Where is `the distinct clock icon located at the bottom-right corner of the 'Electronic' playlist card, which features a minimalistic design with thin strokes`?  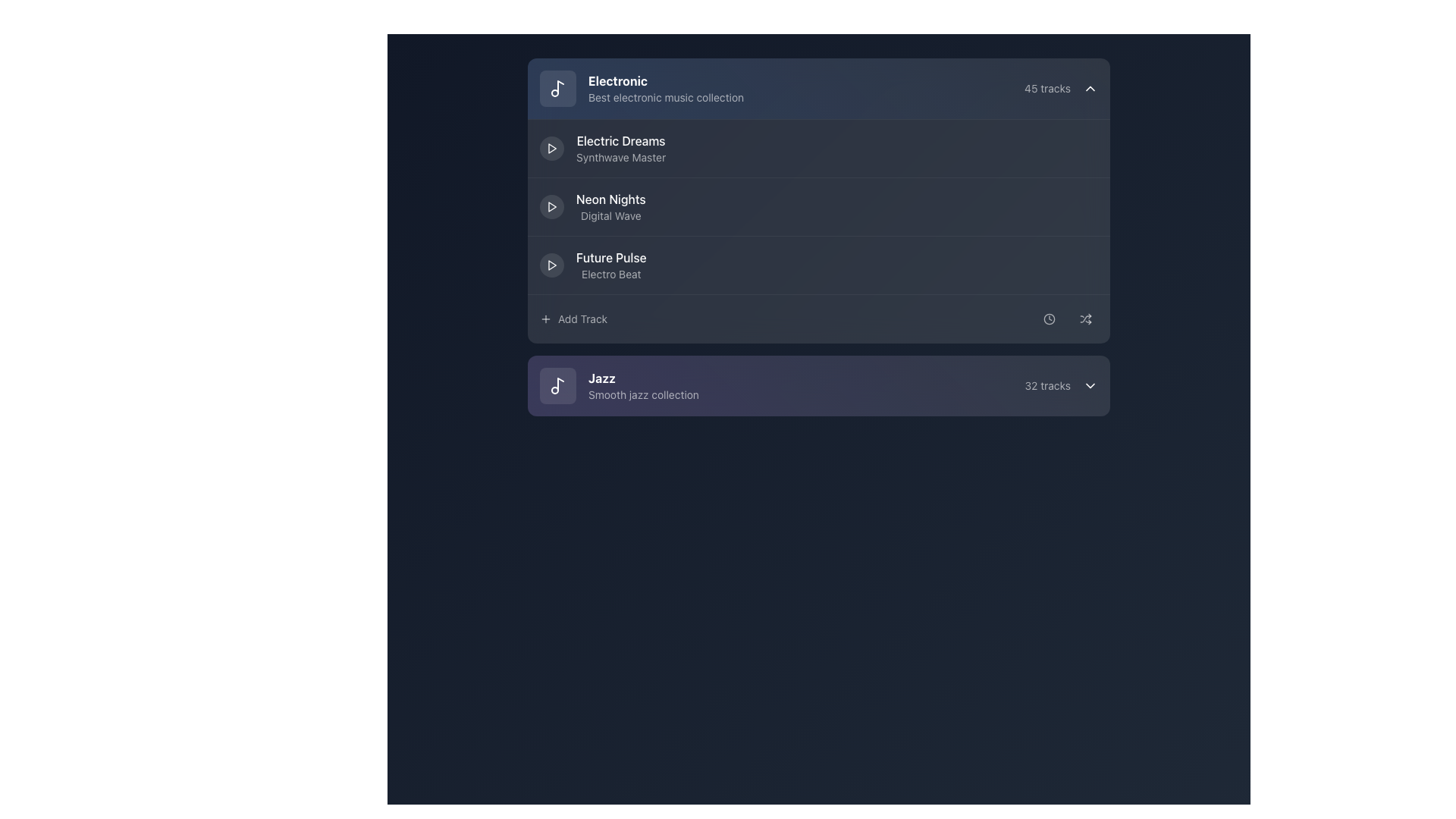 the distinct clock icon located at the bottom-right corner of the 'Electronic' playlist card, which features a minimalistic design with thin strokes is located at coordinates (1048, 318).